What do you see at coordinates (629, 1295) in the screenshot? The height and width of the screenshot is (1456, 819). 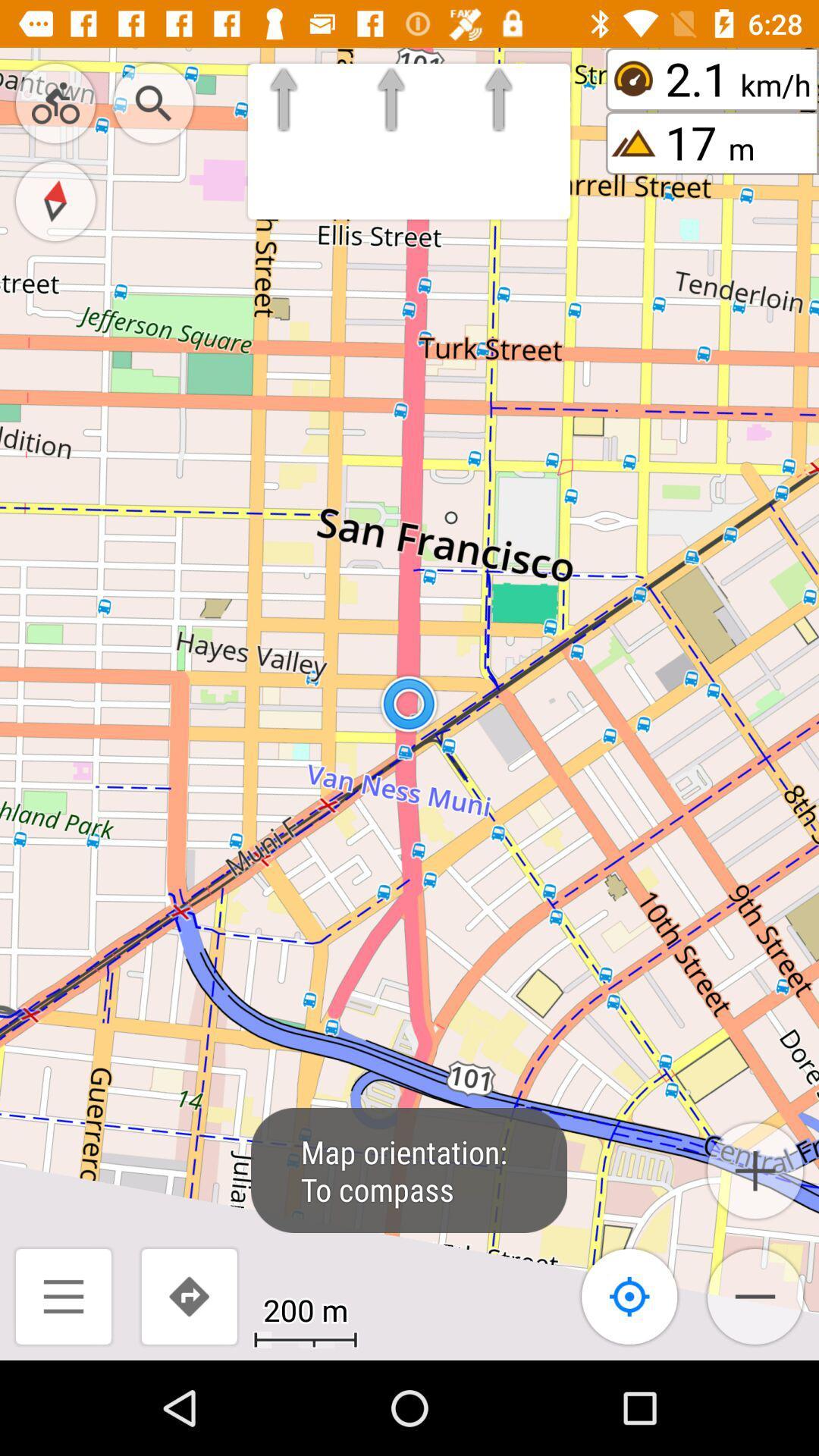 I see `the location_crosshair icon` at bounding box center [629, 1295].